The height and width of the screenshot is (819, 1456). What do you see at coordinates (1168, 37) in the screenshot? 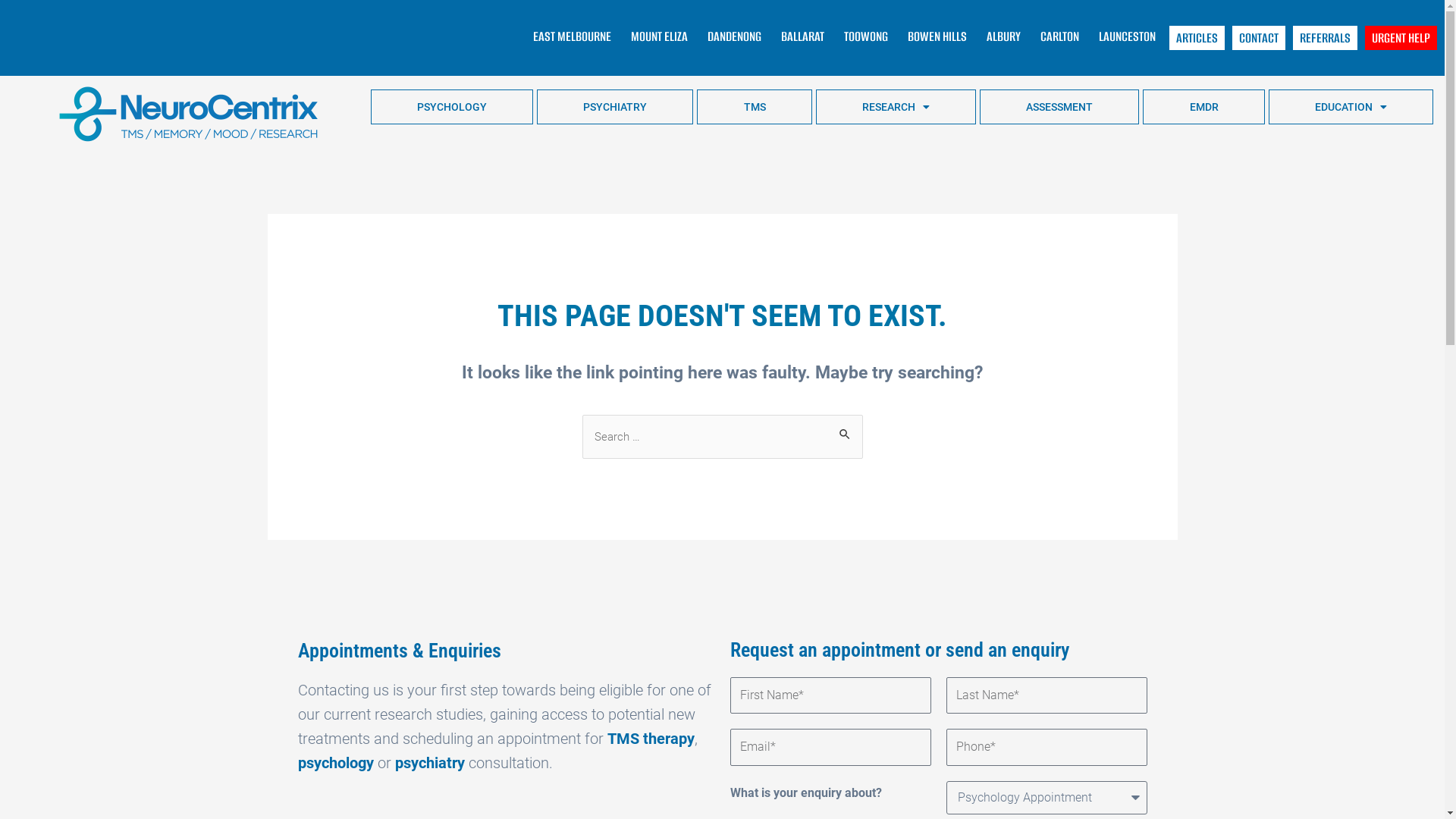
I see `'ARTICLES'` at bounding box center [1168, 37].